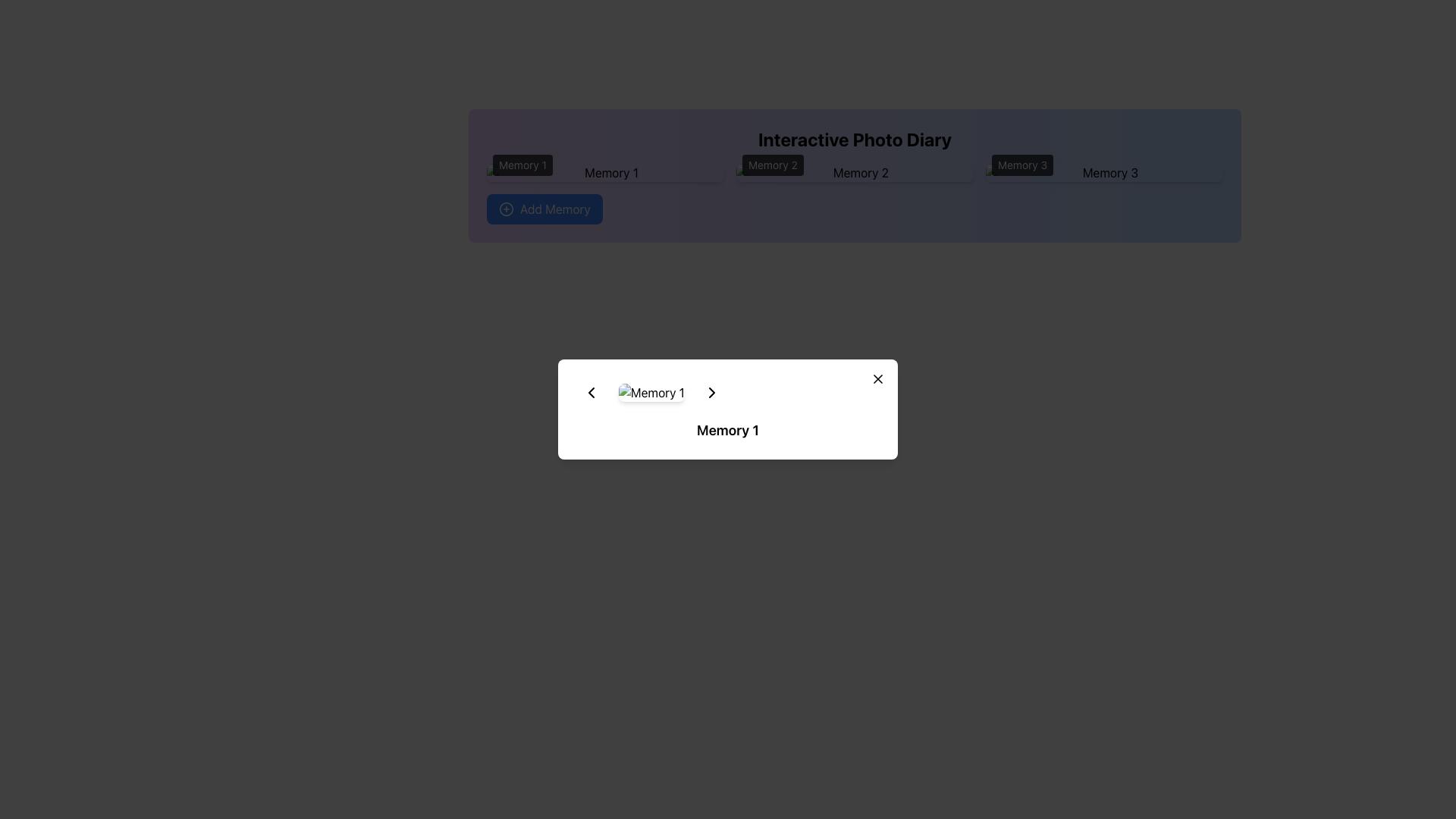 This screenshot has height=819, width=1456. Describe the element at coordinates (711, 391) in the screenshot. I see `the chevron icon located in the header section of the modal, adjacent to the 'Memory 1' label` at that location.